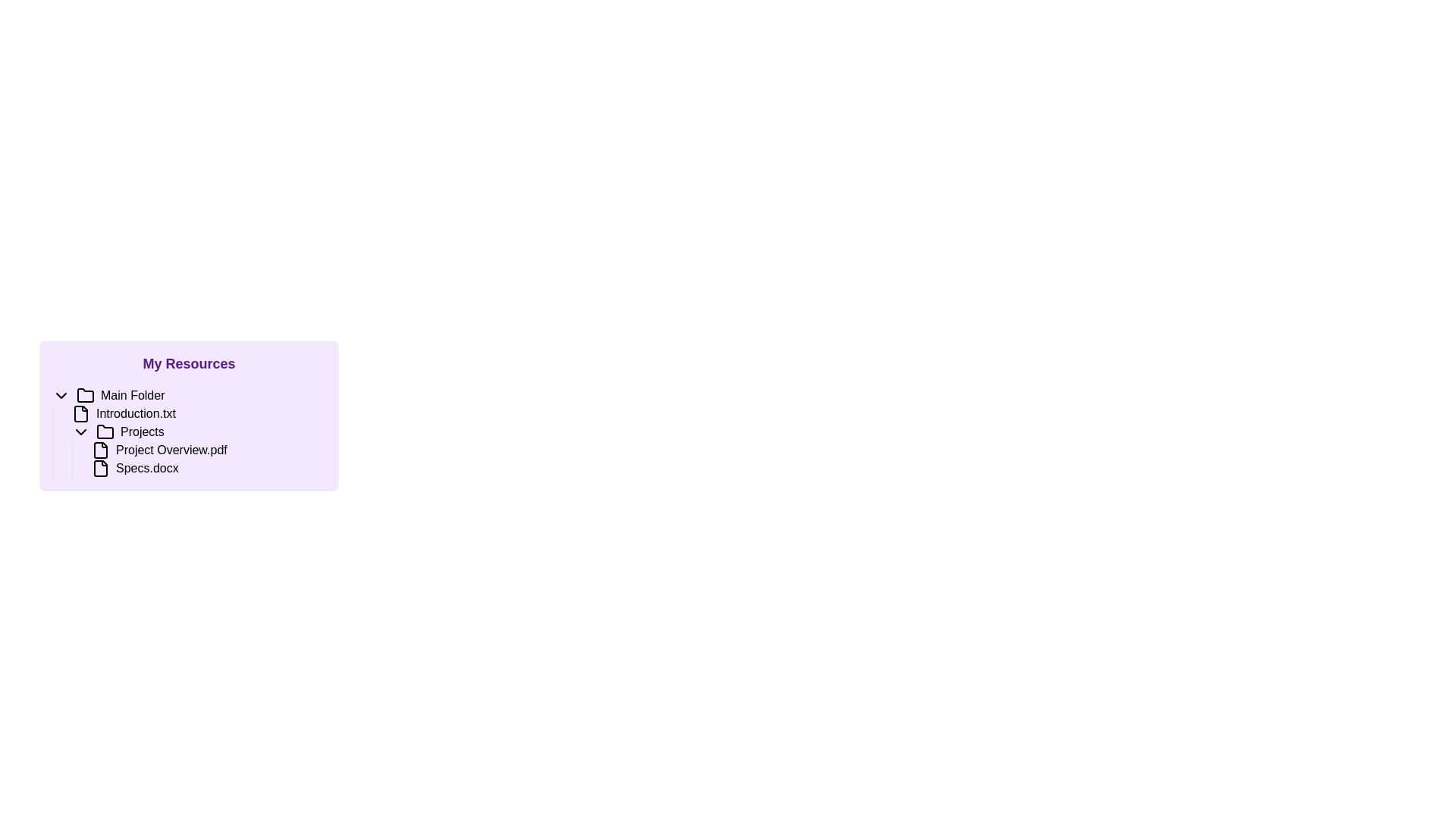 This screenshot has height=819, width=1456. I want to click on the red file document icon representing 'Specs.docx' located at the bottom of the 'My Resources' list, so click(100, 467).